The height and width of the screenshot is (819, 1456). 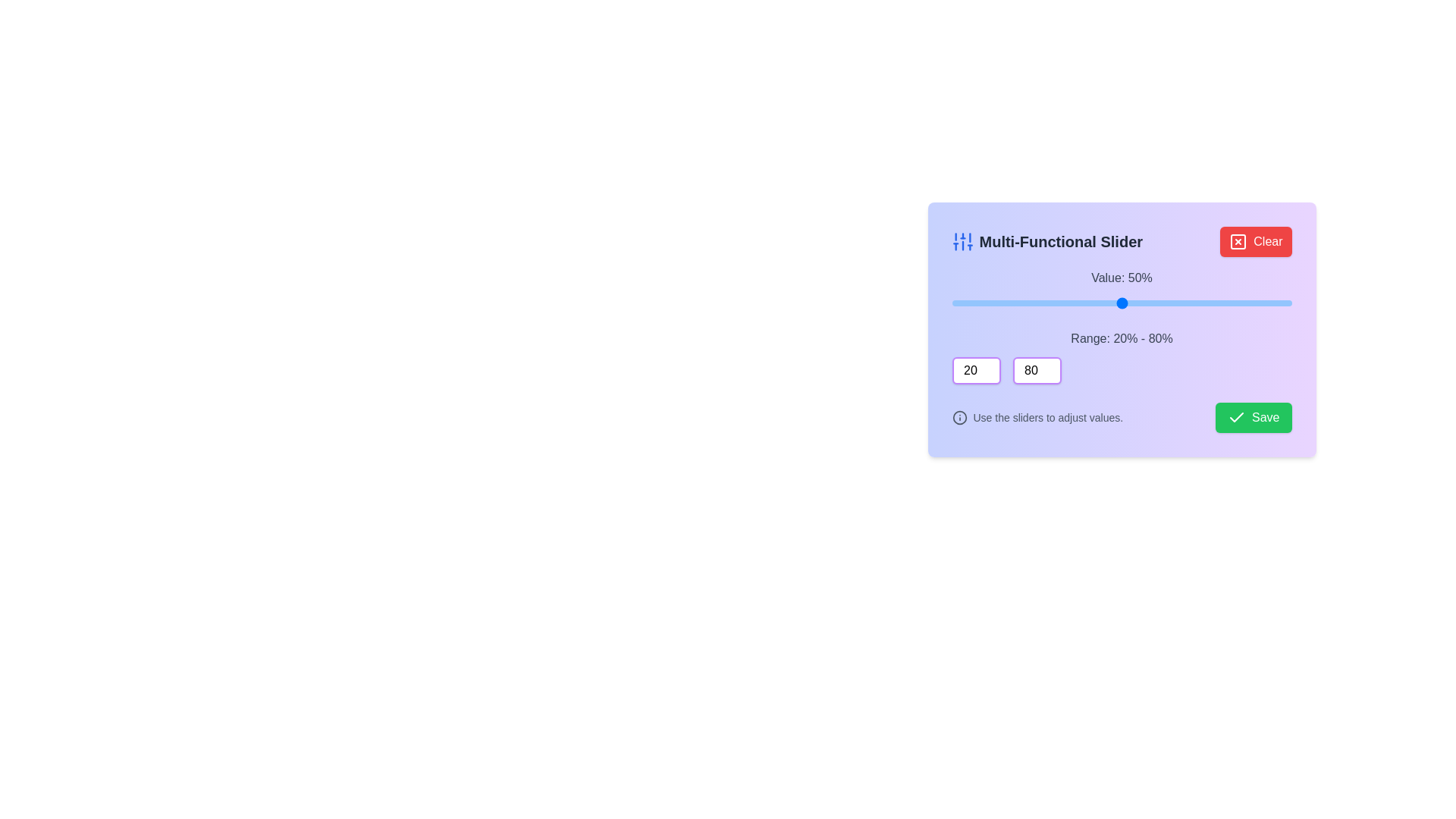 I want to click on the slider value, so click(x=1138, y=303).